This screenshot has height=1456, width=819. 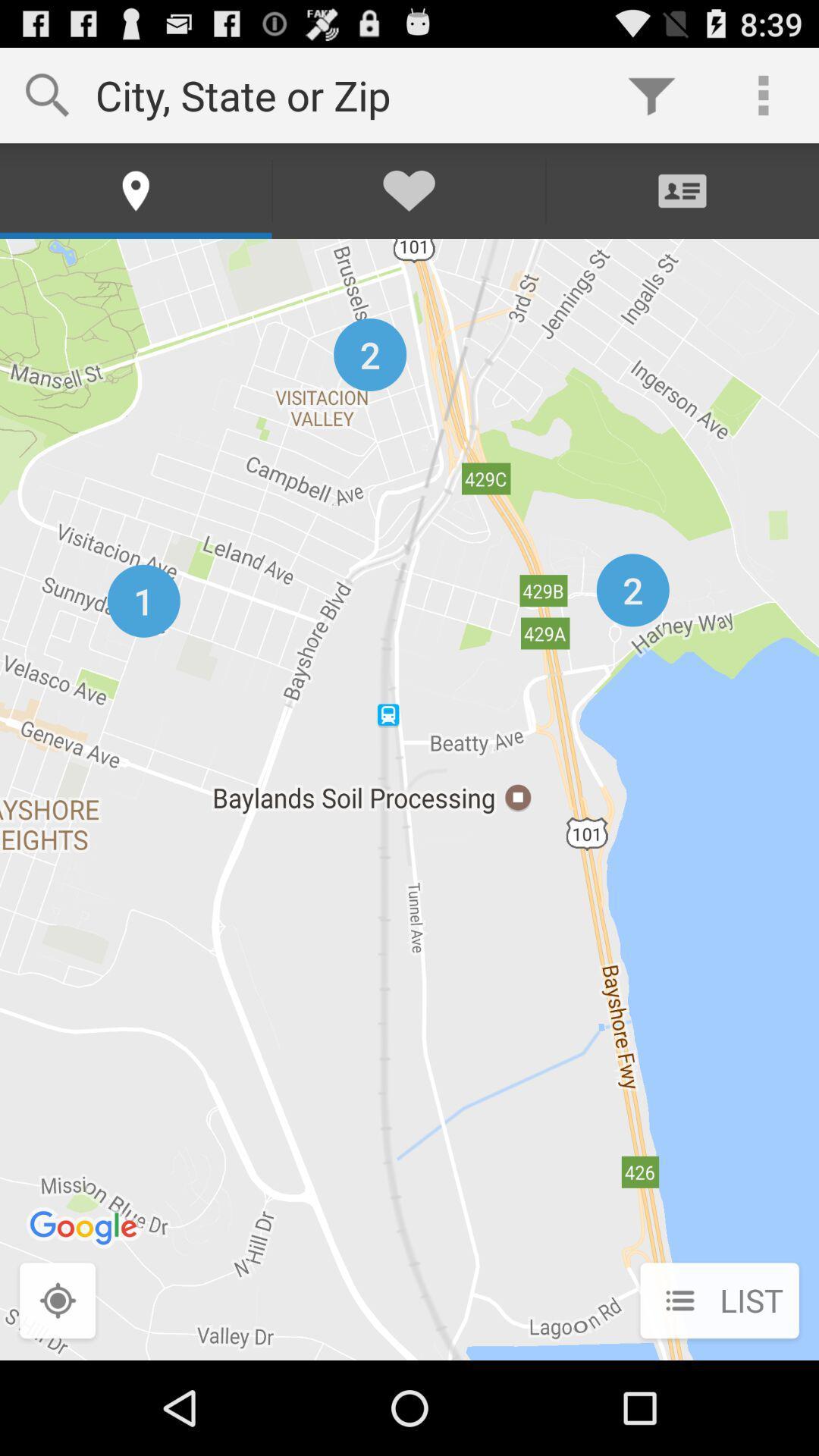 What do you see at coordinates (651, 94) in the screenshot?
I see `the app to the right of the city state or icon` at bounding box center [651, 94].